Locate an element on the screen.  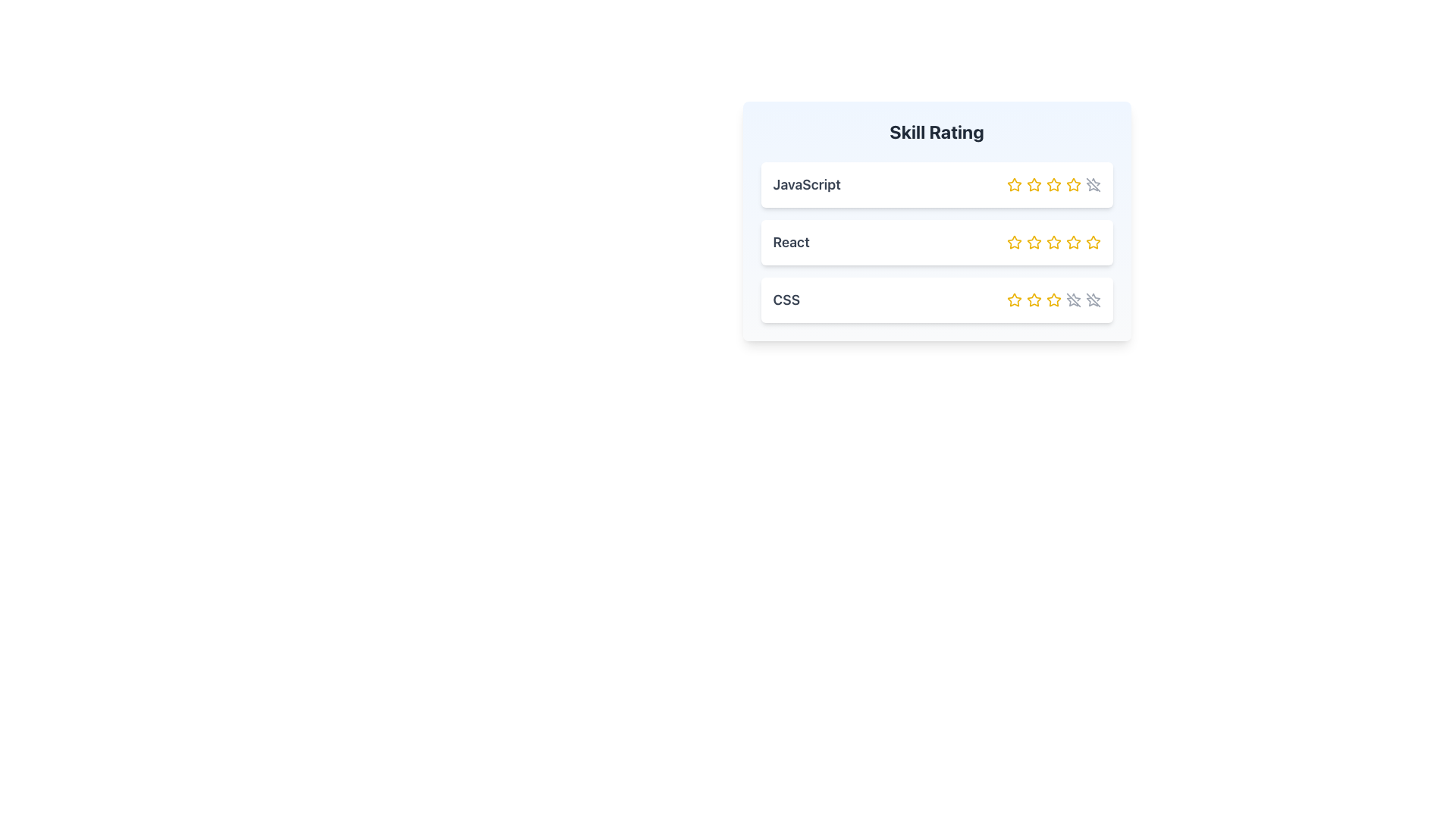
the second interactive star in the rating component for 'React' is located at coordinates (1033, 242).